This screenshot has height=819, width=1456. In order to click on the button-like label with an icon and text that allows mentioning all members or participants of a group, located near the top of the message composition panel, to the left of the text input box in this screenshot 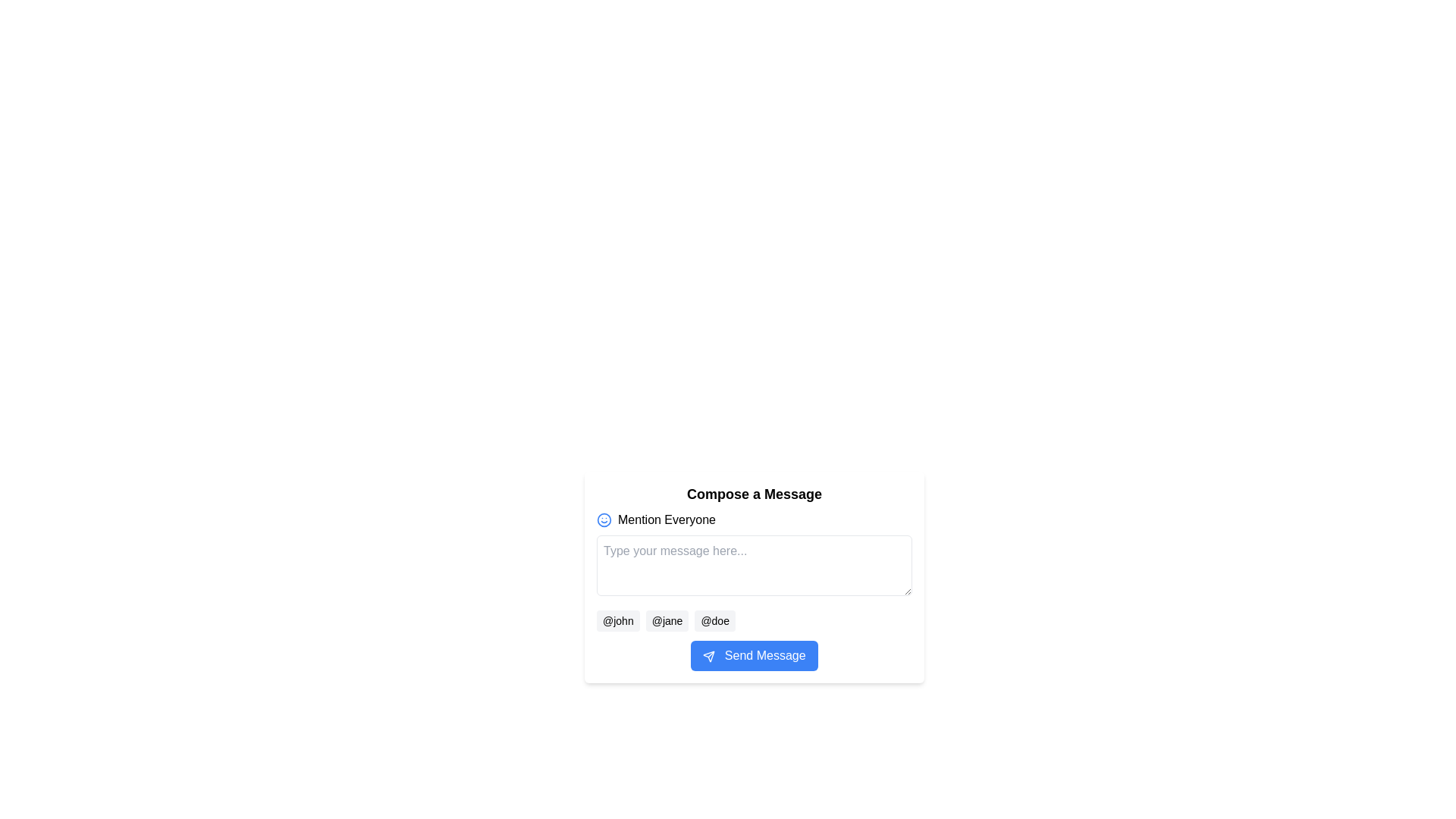, I will do `click(656, 519)`.